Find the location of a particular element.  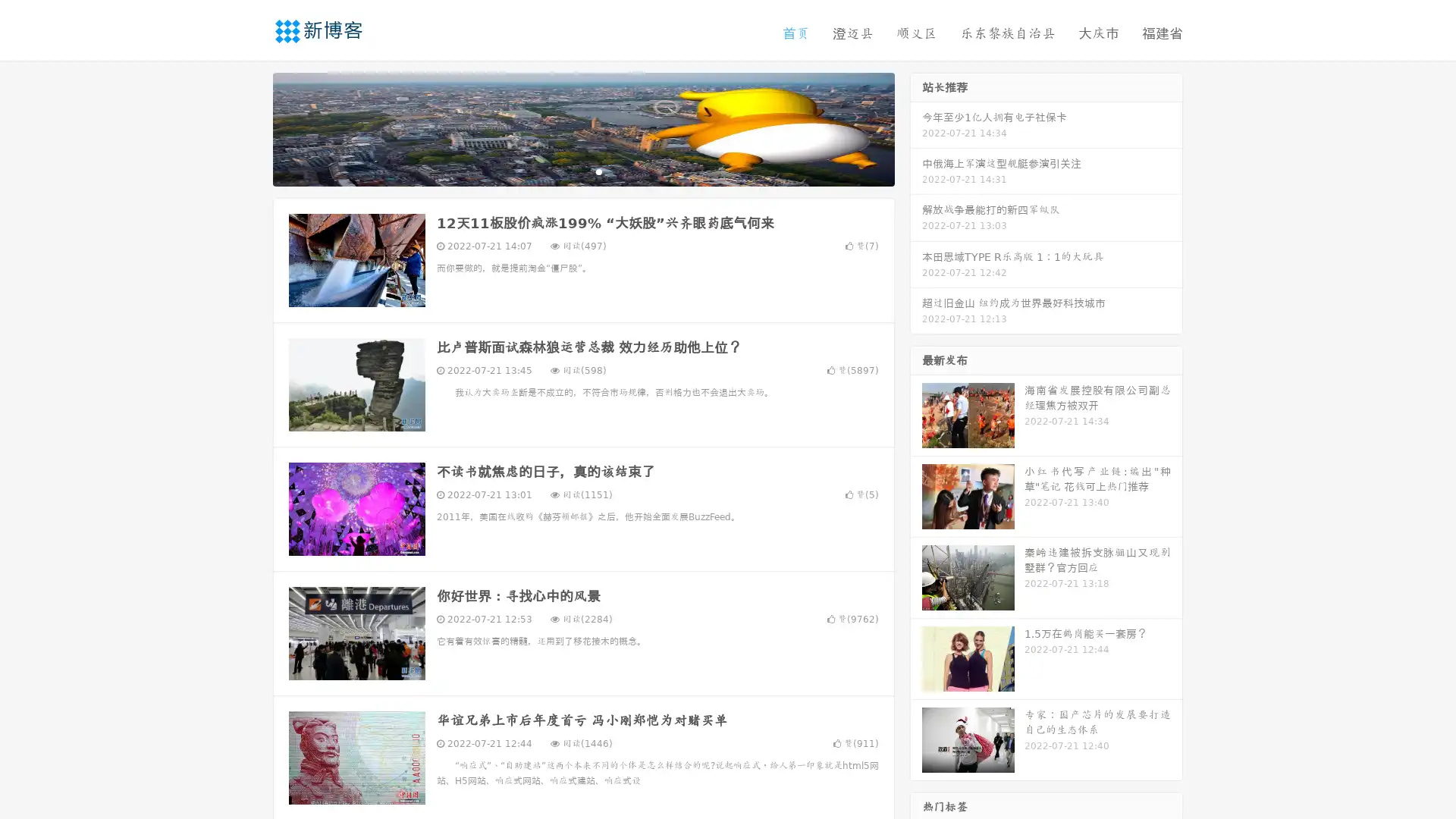

Go to slide 2 is located at coordinates (582, 171).